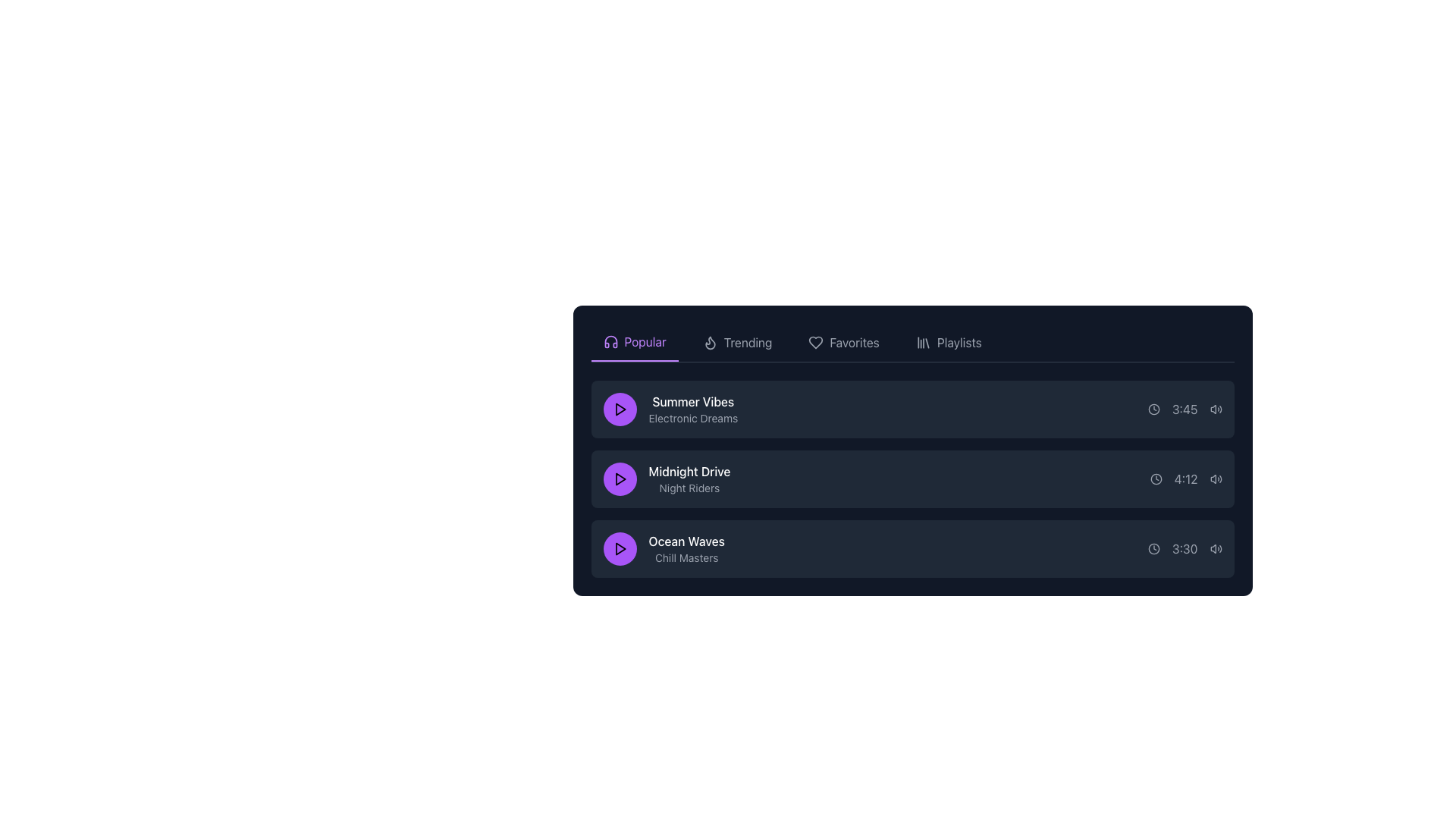 The width and height of the screenshot is (1456, 819). Describe the element at coordinates (1155, 479) in the screenshot. I see `the SVG circle element representing the clock icon for the 'Midnight Drive' song entry, which serves as a visual cue for time-related information` at that location.